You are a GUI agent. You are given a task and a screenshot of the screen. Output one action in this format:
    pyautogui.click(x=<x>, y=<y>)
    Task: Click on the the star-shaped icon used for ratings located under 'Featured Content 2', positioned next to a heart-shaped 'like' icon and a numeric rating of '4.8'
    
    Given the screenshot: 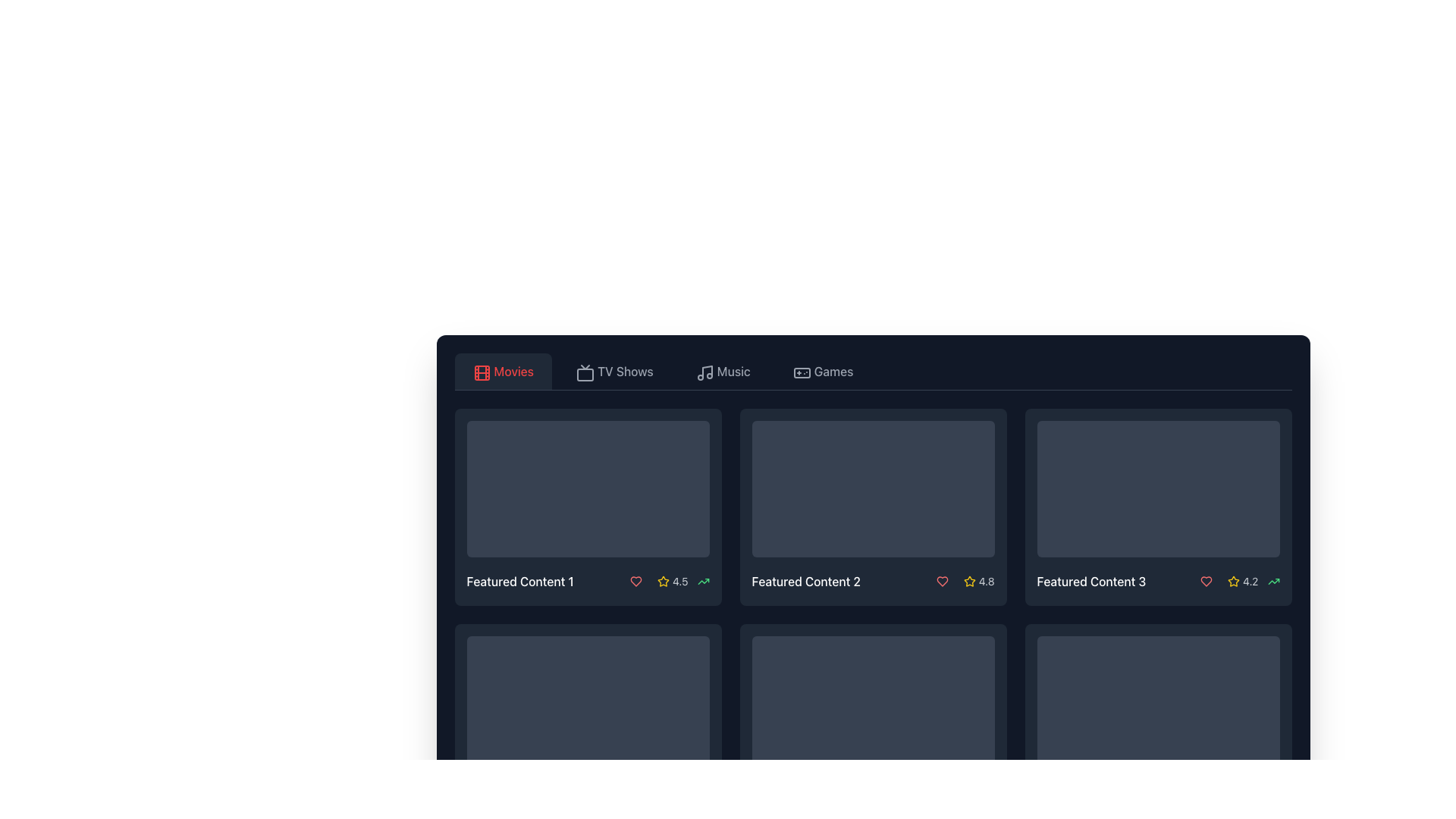 What is the action you would take?
    pyautogui.click(x=968, y=580)
    